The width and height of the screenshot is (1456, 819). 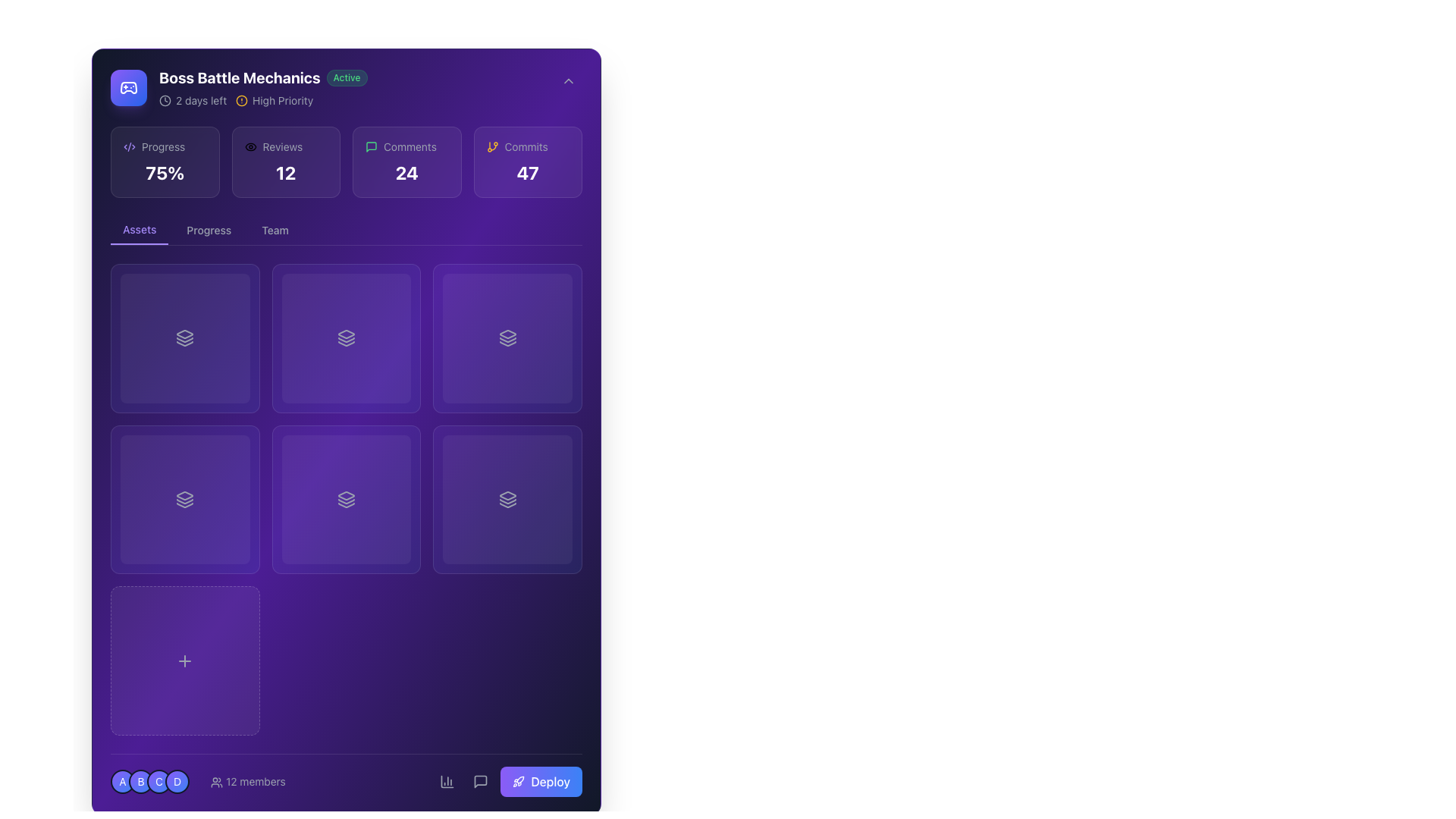 What do you see at coordinates (345, 231) in the screenshot?
I see `the 'Assets' tab in the Tab navigation component, which is visually highlighted with a violet underline` at bounding box center [345, 231].